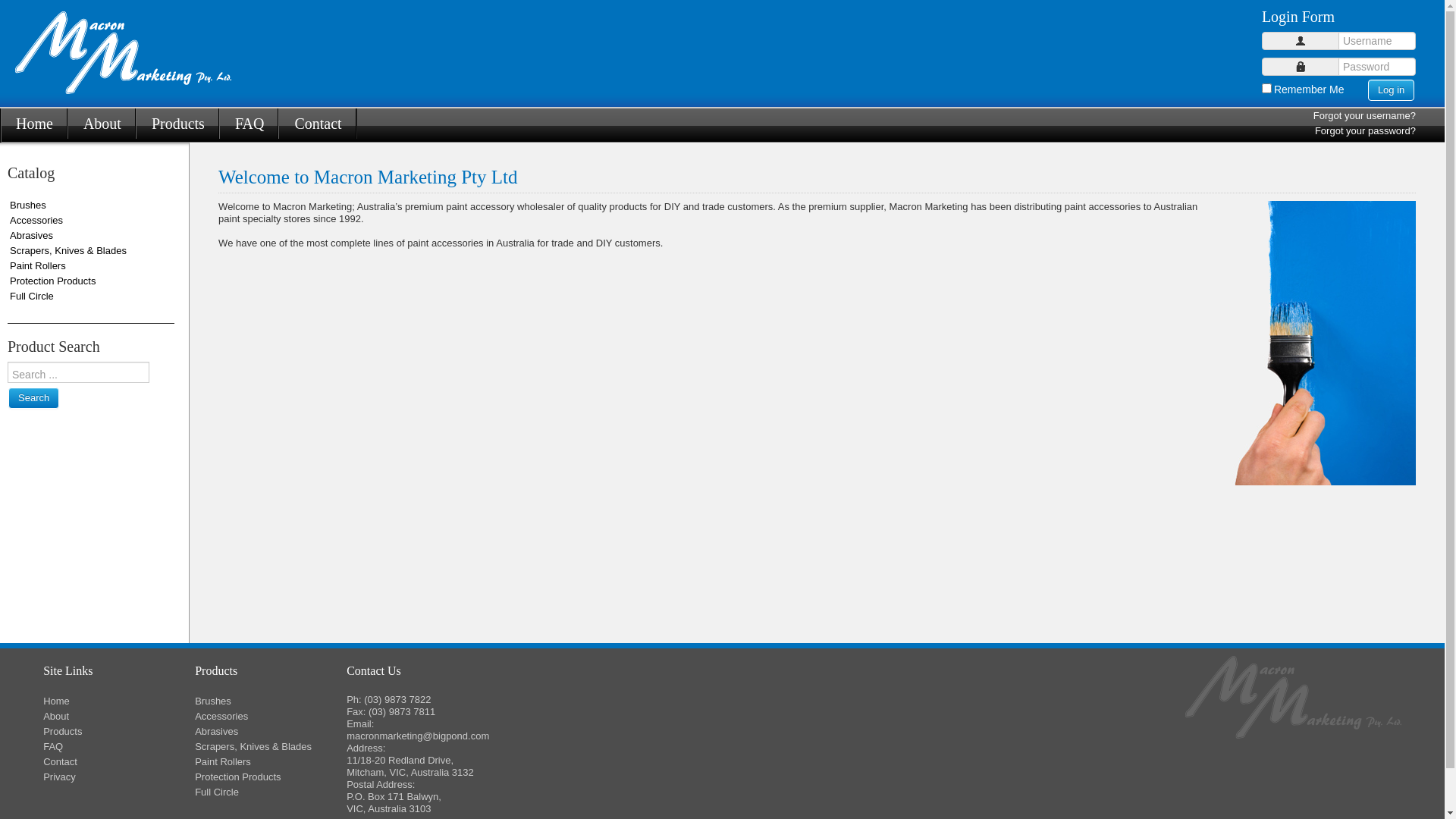 This screenshot has height=819, width=1456. I want to click on 'Password', so click(1294, 66).